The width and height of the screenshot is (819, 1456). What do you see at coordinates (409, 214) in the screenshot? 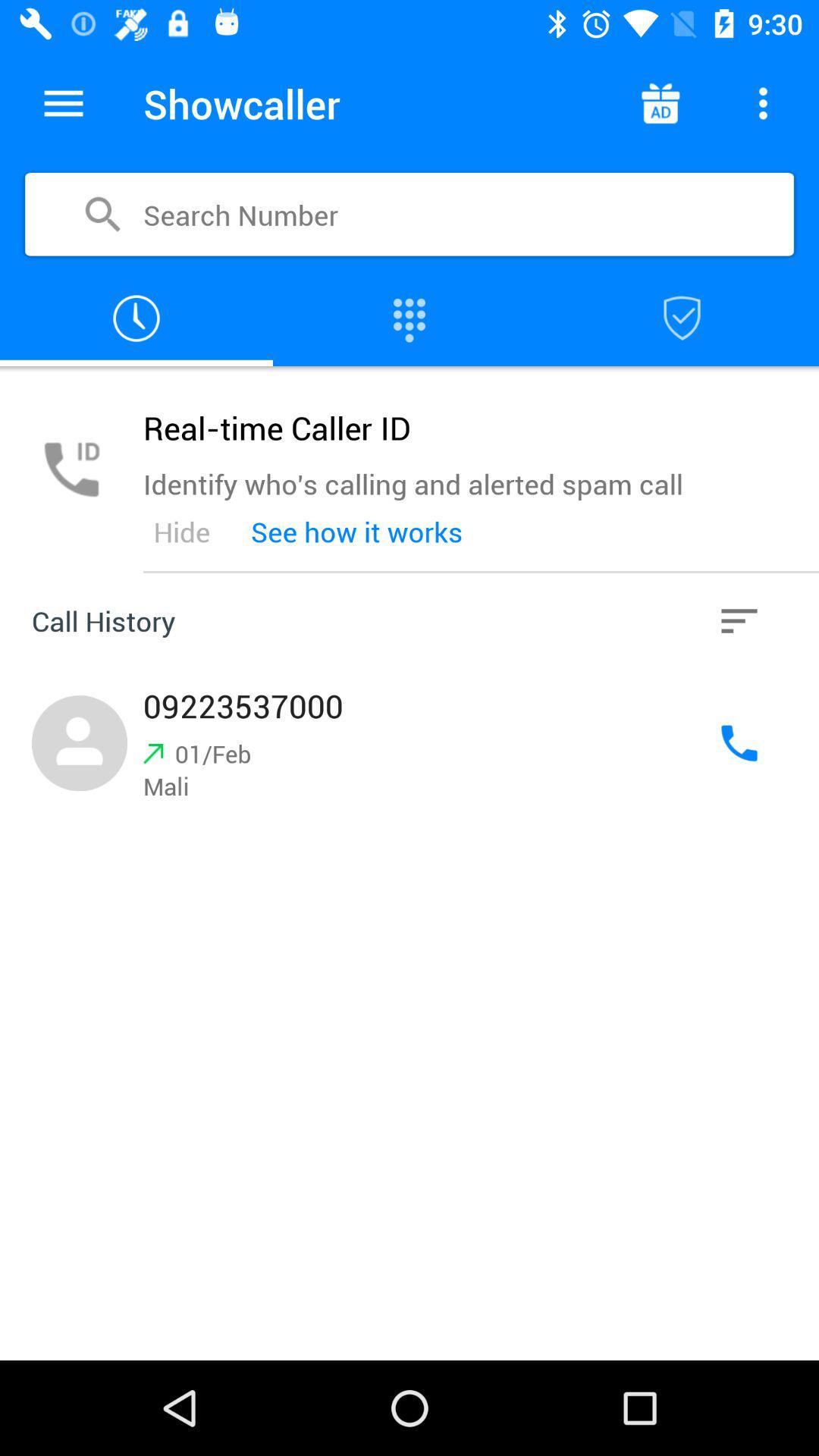
I see `the search box in the top` at bounding box center [409, 214].